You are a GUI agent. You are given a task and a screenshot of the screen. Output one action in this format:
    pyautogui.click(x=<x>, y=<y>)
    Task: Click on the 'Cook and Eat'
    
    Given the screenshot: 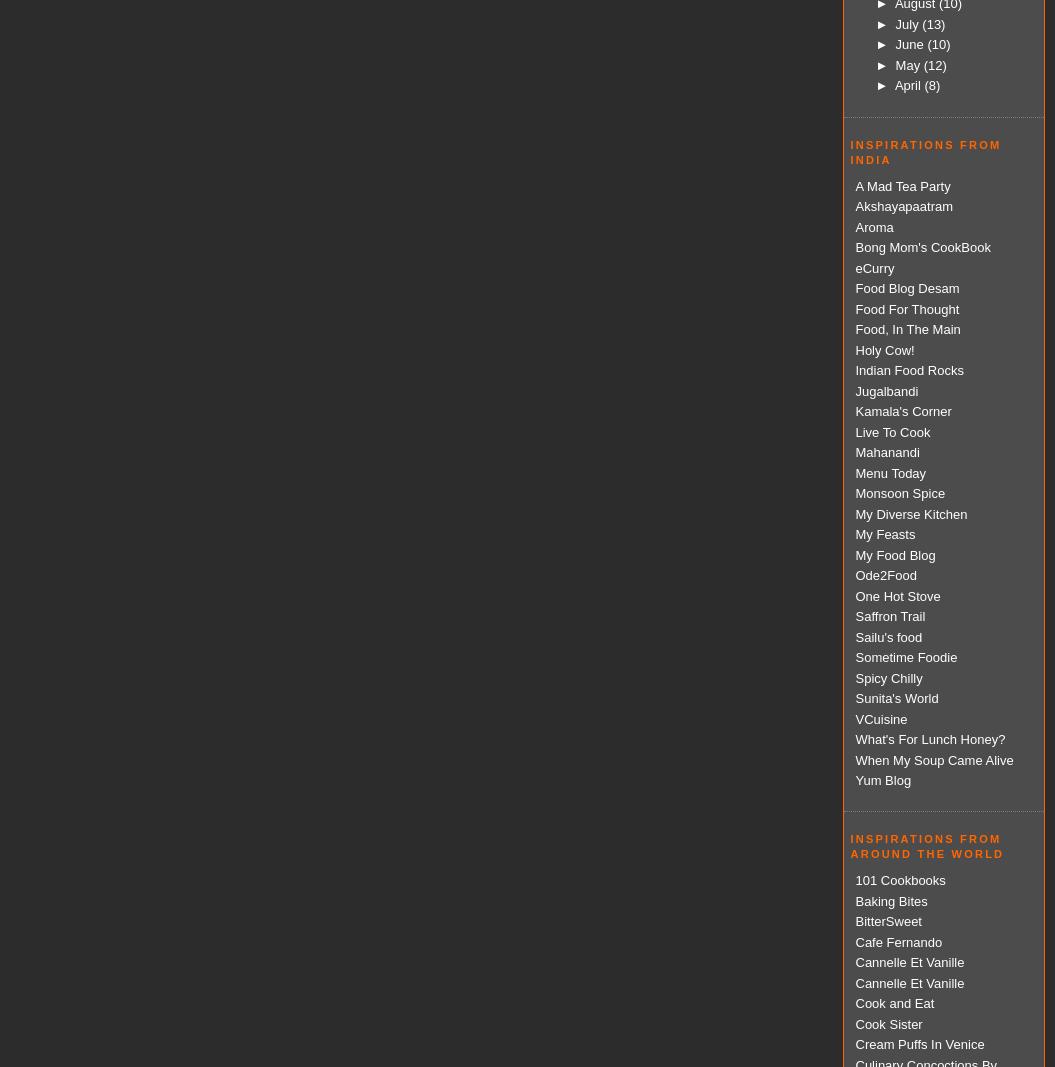 What is the action you would take?
    pyautogui.click(x=893, y=1003)
    